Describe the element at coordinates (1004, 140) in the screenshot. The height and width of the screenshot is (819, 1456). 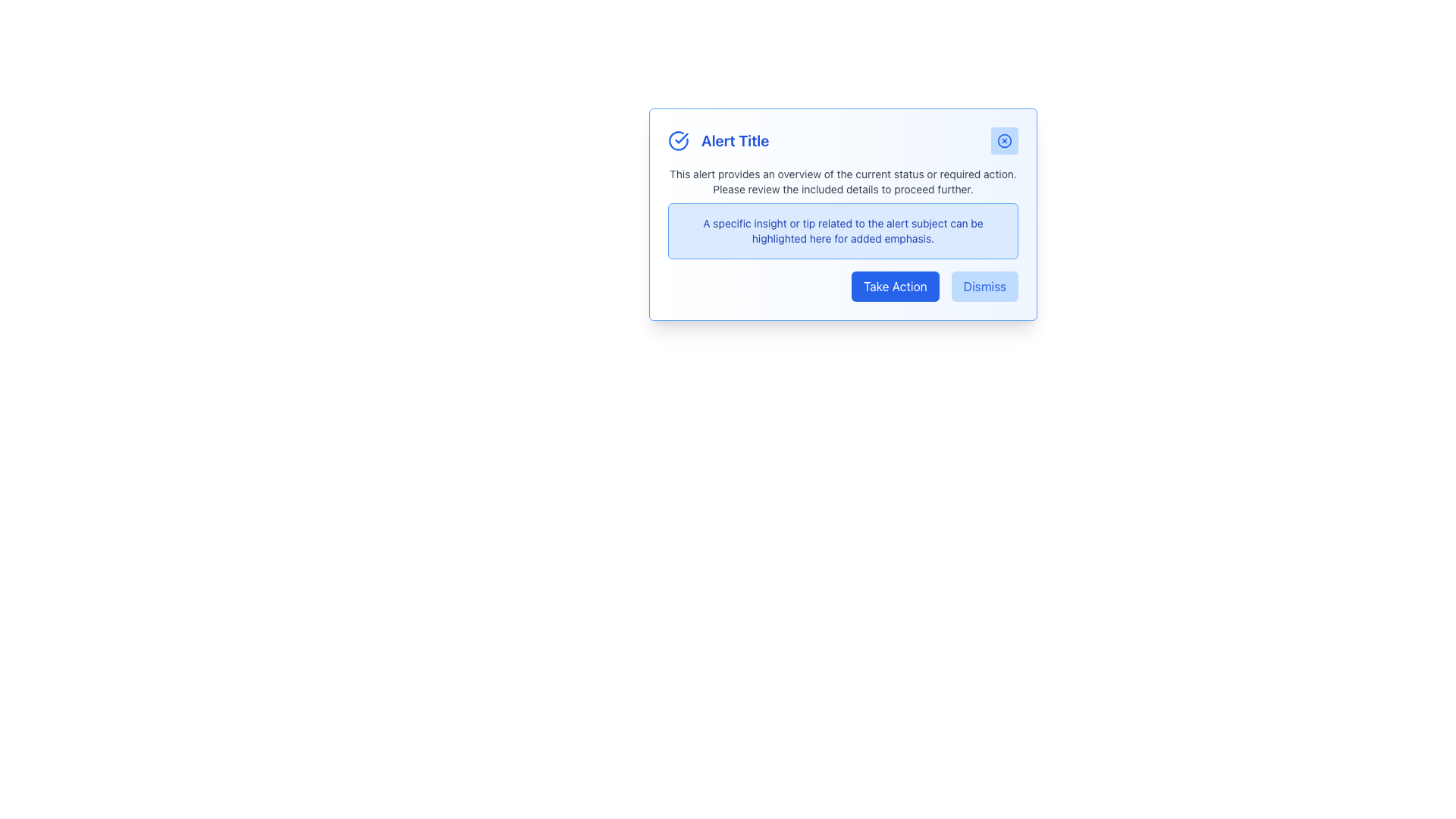
I see `the dismiss button located in the top-right corner of the alert card` at that location.